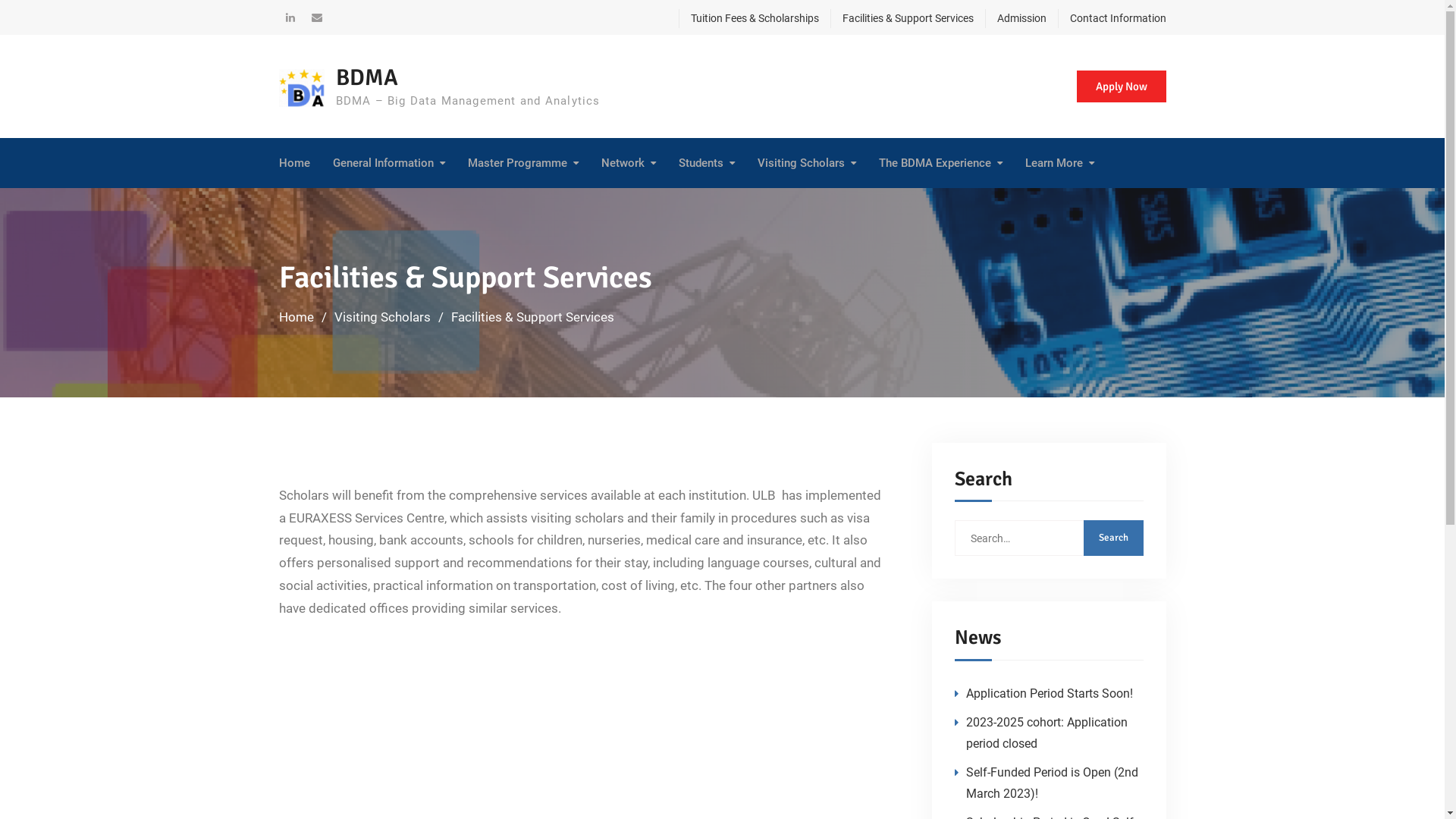 This screenshot has height=819, width=1456. What do you see at coordinates (331, 163) in the screenshot?
I see `'General Information'` at bounding box center [331, 163].